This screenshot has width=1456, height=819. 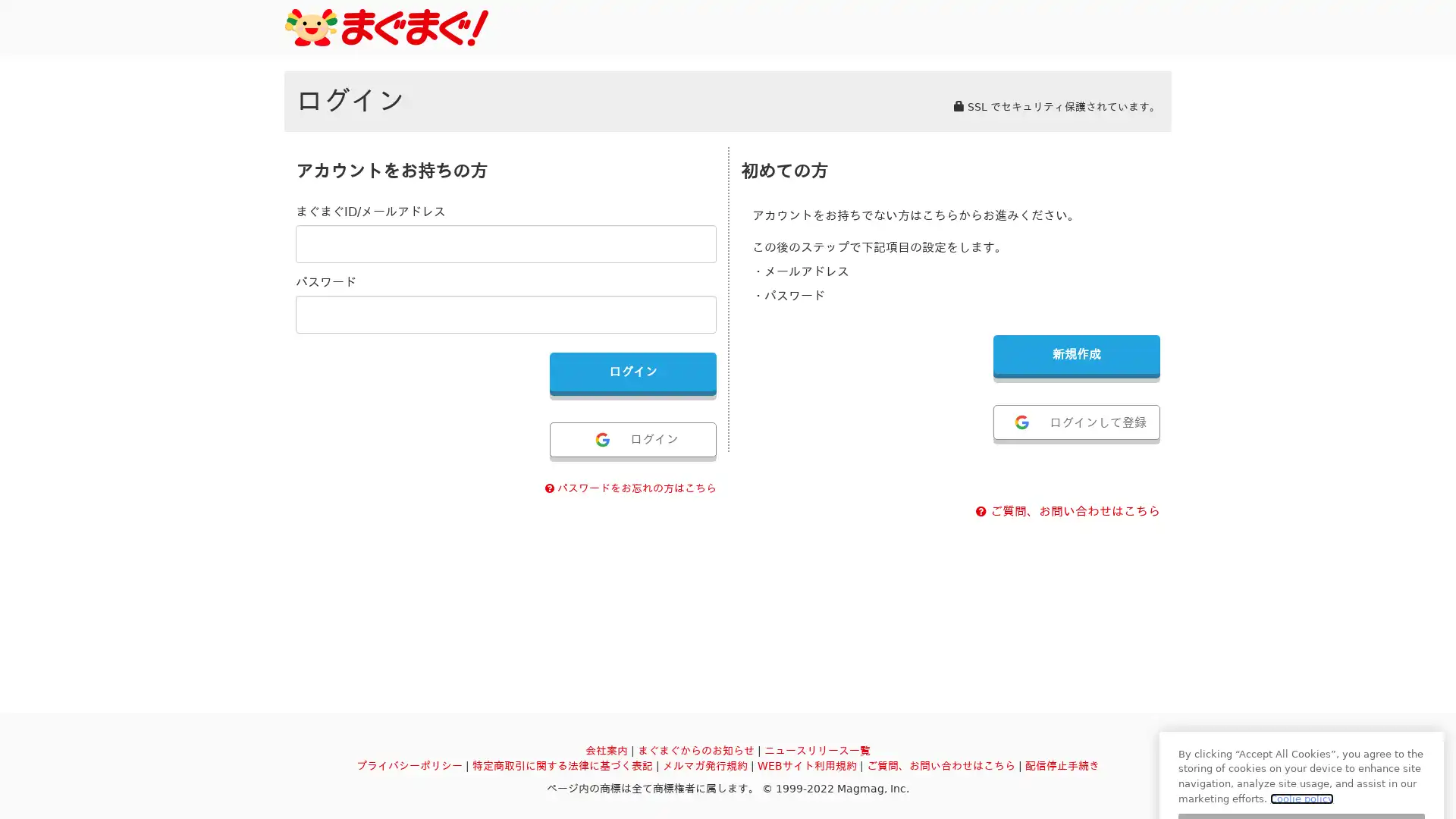 What do you see at coordinates (1301, 752) in the screenshot?
I see `ok` at bounding box center [1301, 752].